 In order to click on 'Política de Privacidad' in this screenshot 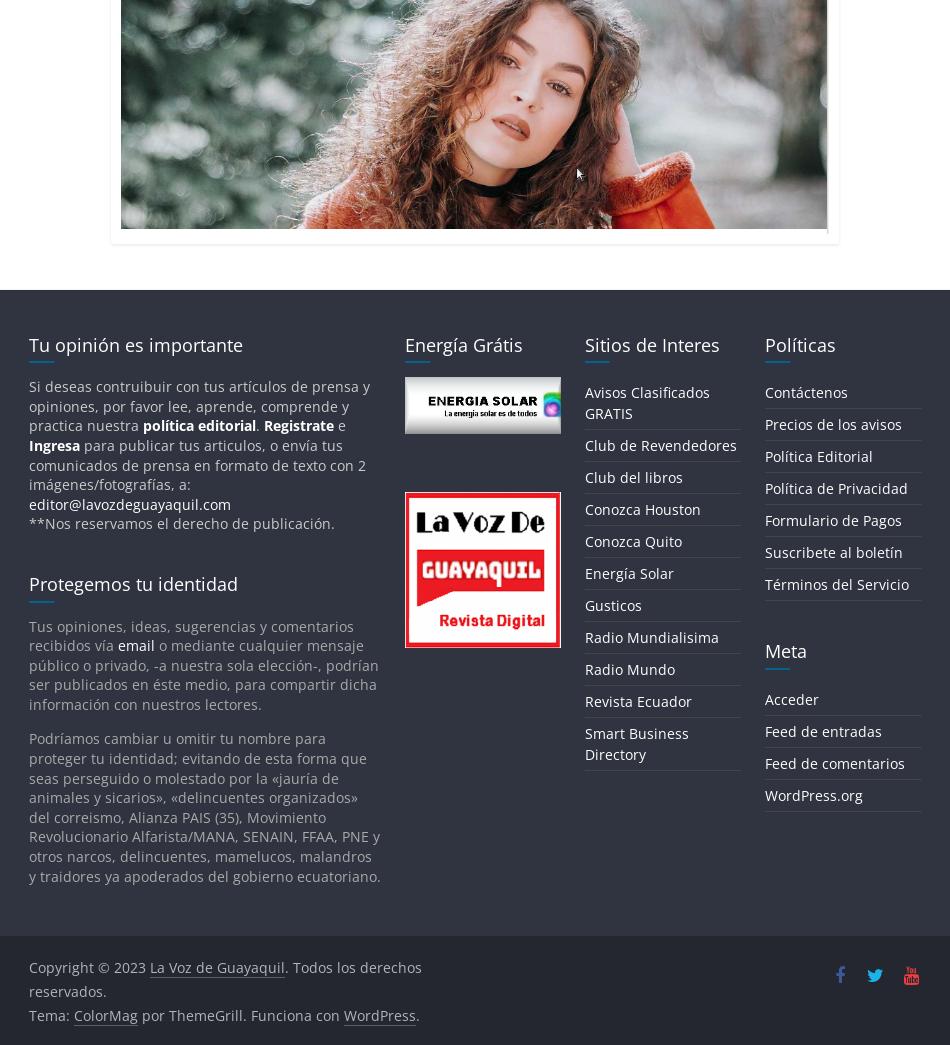, I will do `click(834, 487)`.